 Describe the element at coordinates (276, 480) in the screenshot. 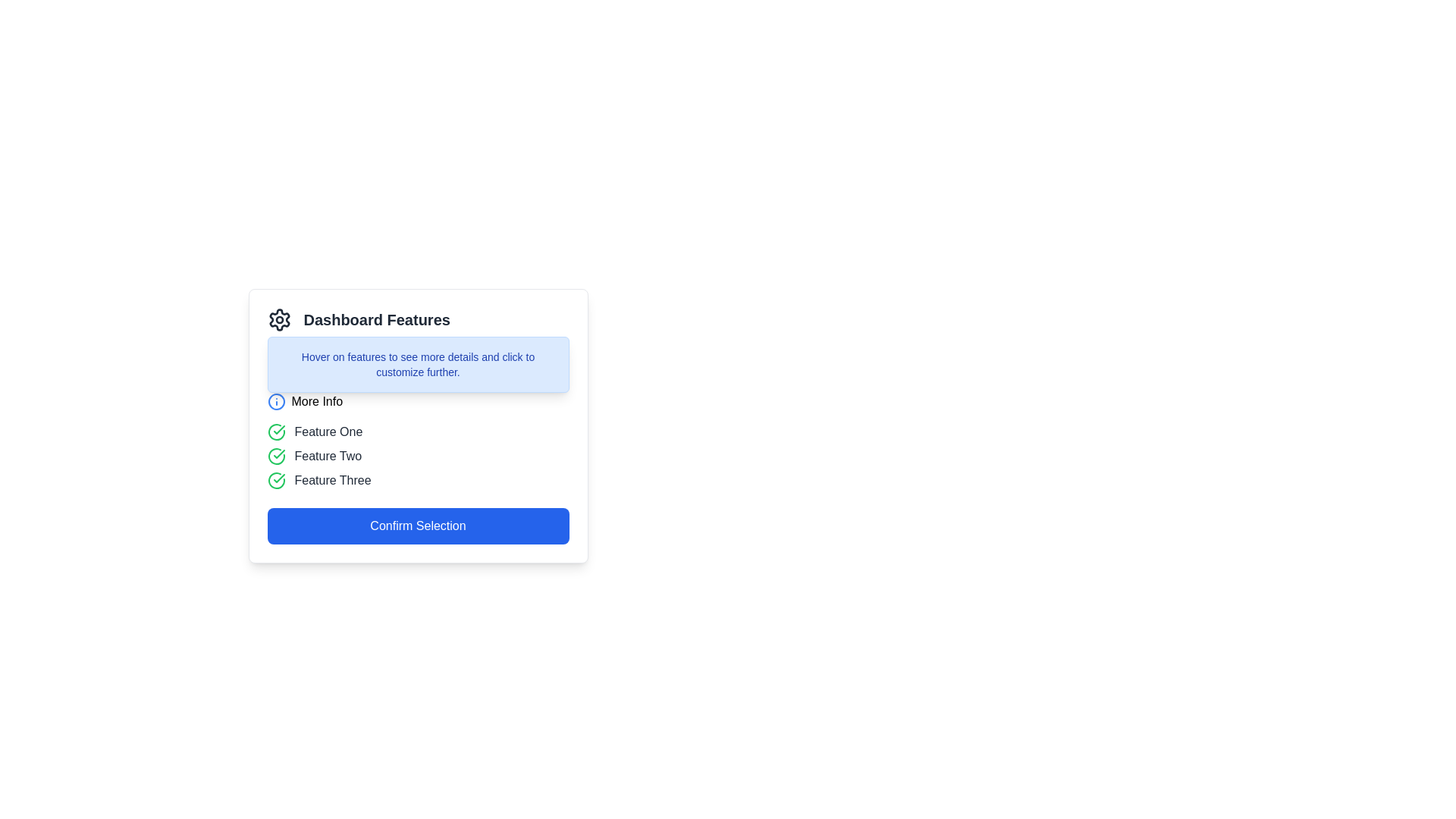

I see `the green circular icon with a checkmark inside, located to the left of the 'Feature Three' label in the 'Dashboard Features' section` at that location.